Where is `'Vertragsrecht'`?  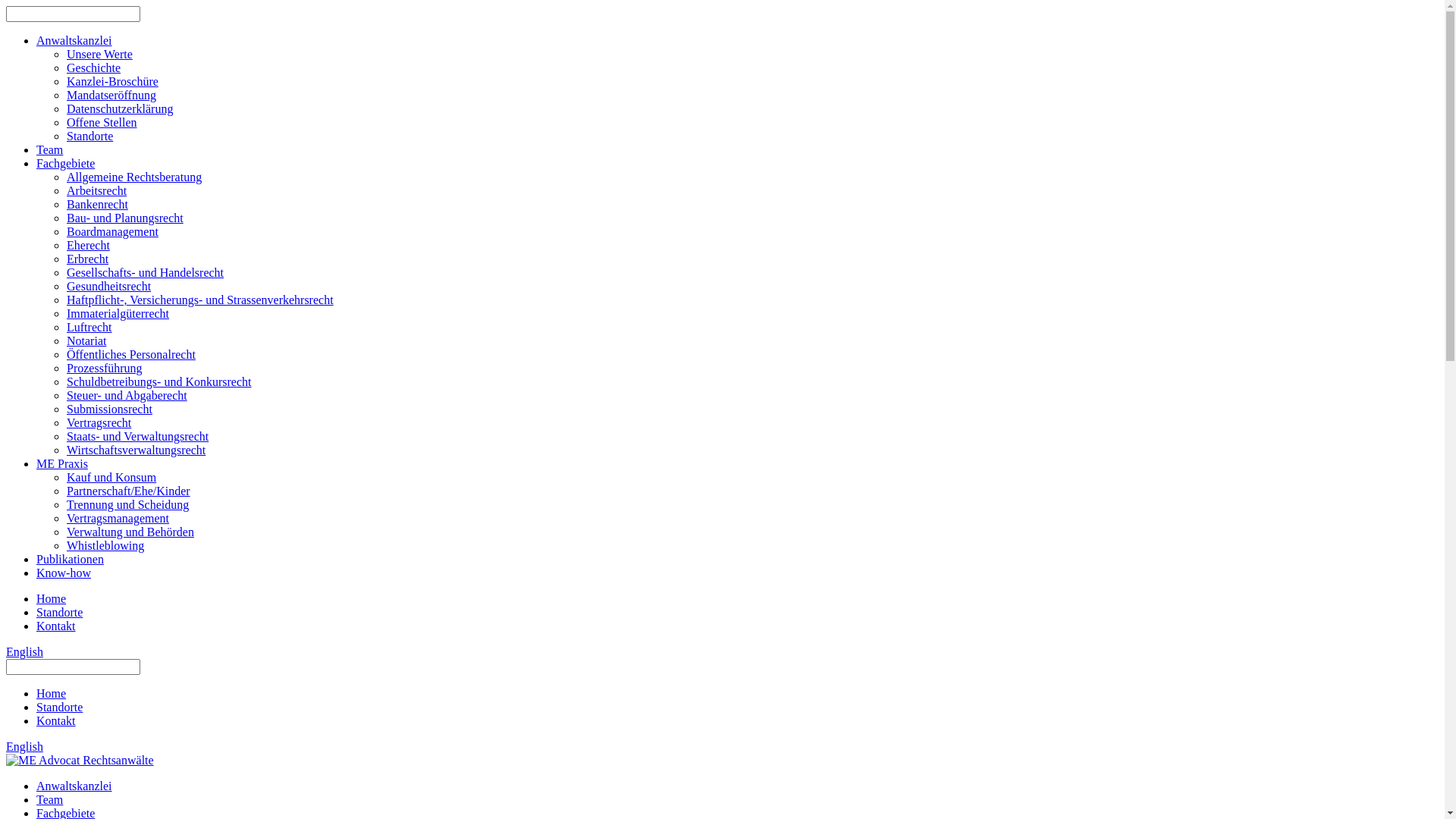
'Vertragsrecht' is located at coordinates (98, 422).